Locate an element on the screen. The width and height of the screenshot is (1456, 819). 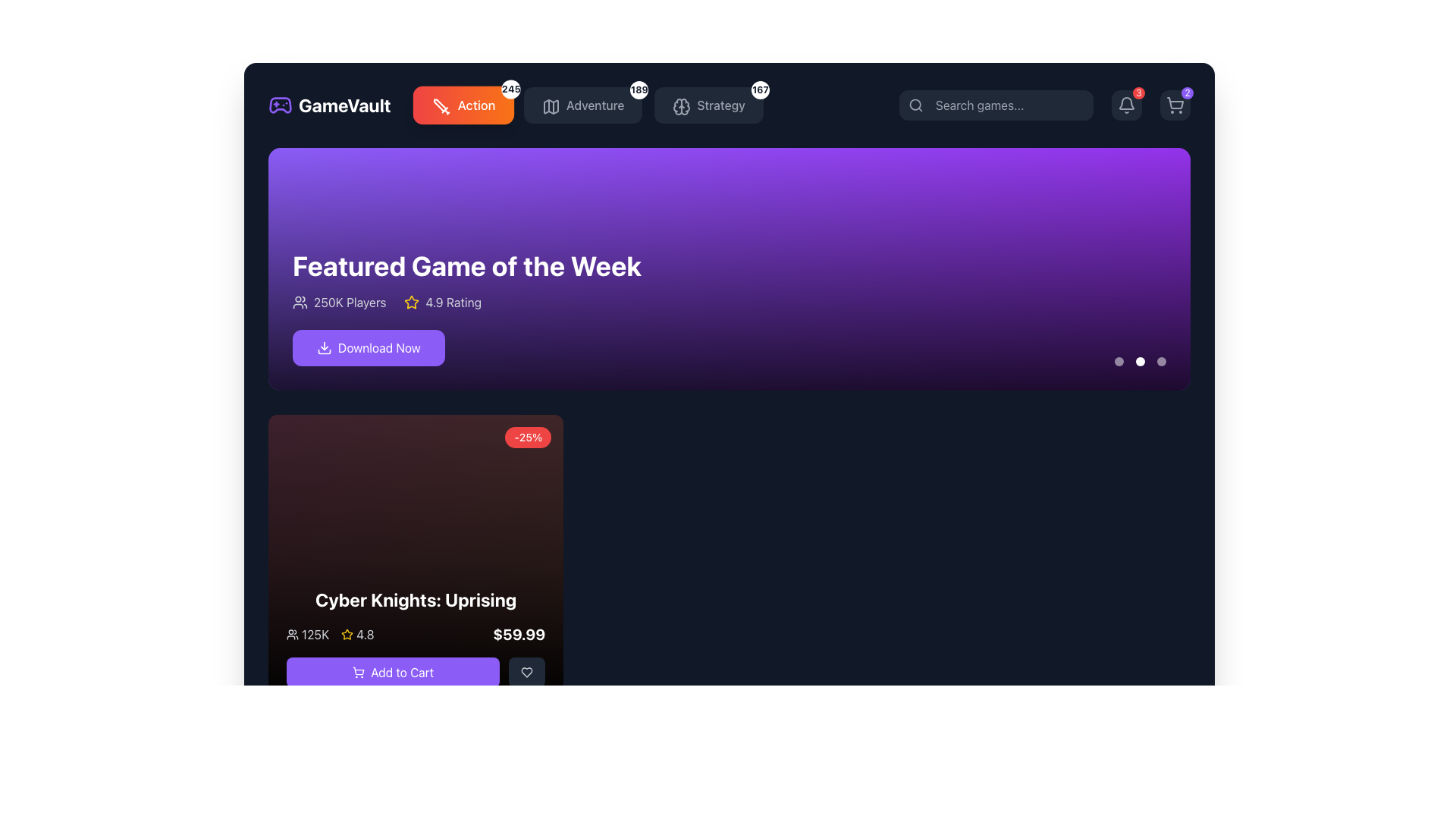
the shopping cart icon located inside the violet 'Add to Cart' button for the 'Cyber Knights: Uprising' game item is located at coordinates (358, 672).